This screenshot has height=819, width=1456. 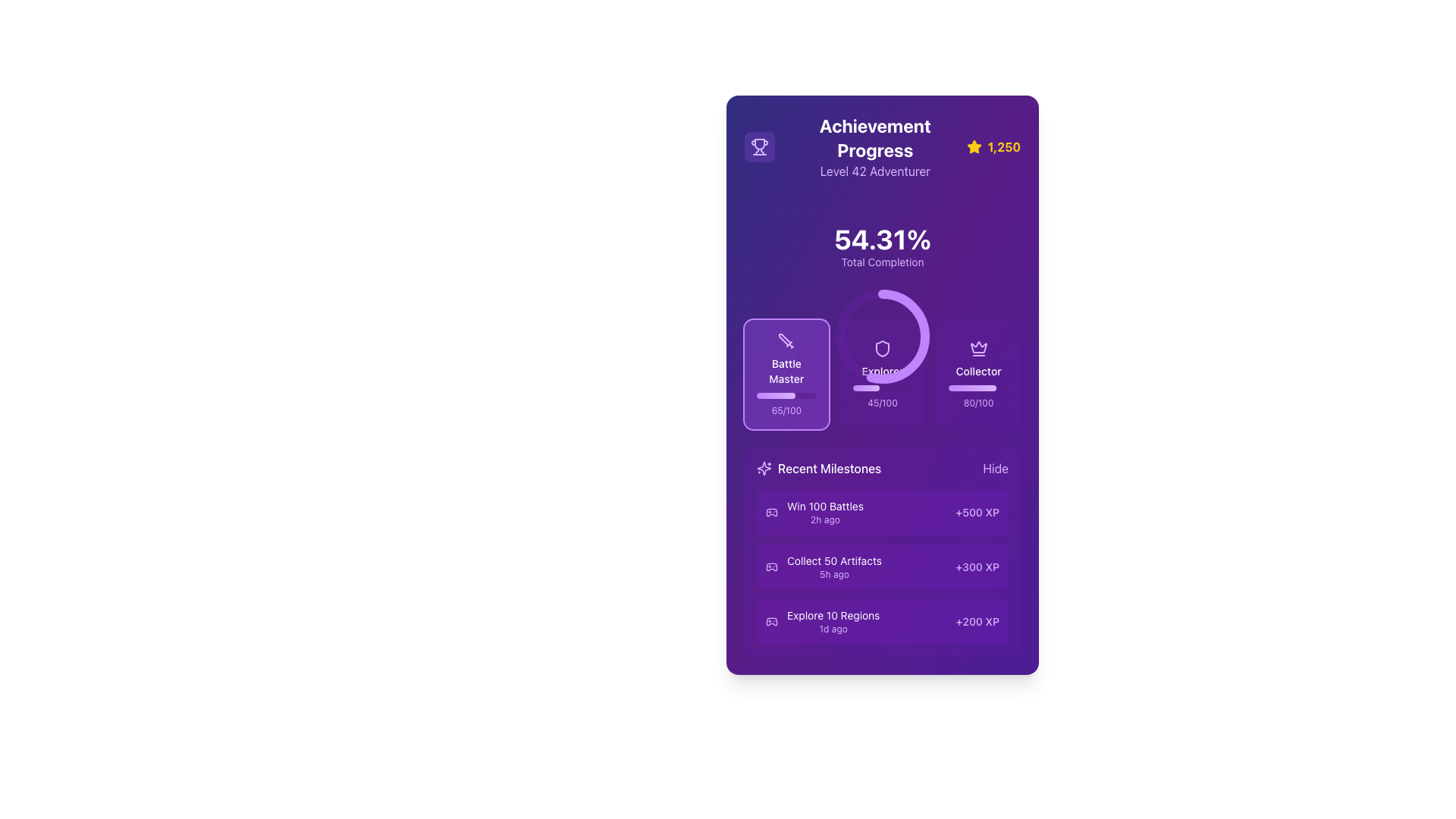 I want to click on the text element displaying '+300 XP' in the 'Recent Milestones' section, which is aligned to the right of the task 'Collect 50 Artifacts 5h ago', so click(x=977, y=567).